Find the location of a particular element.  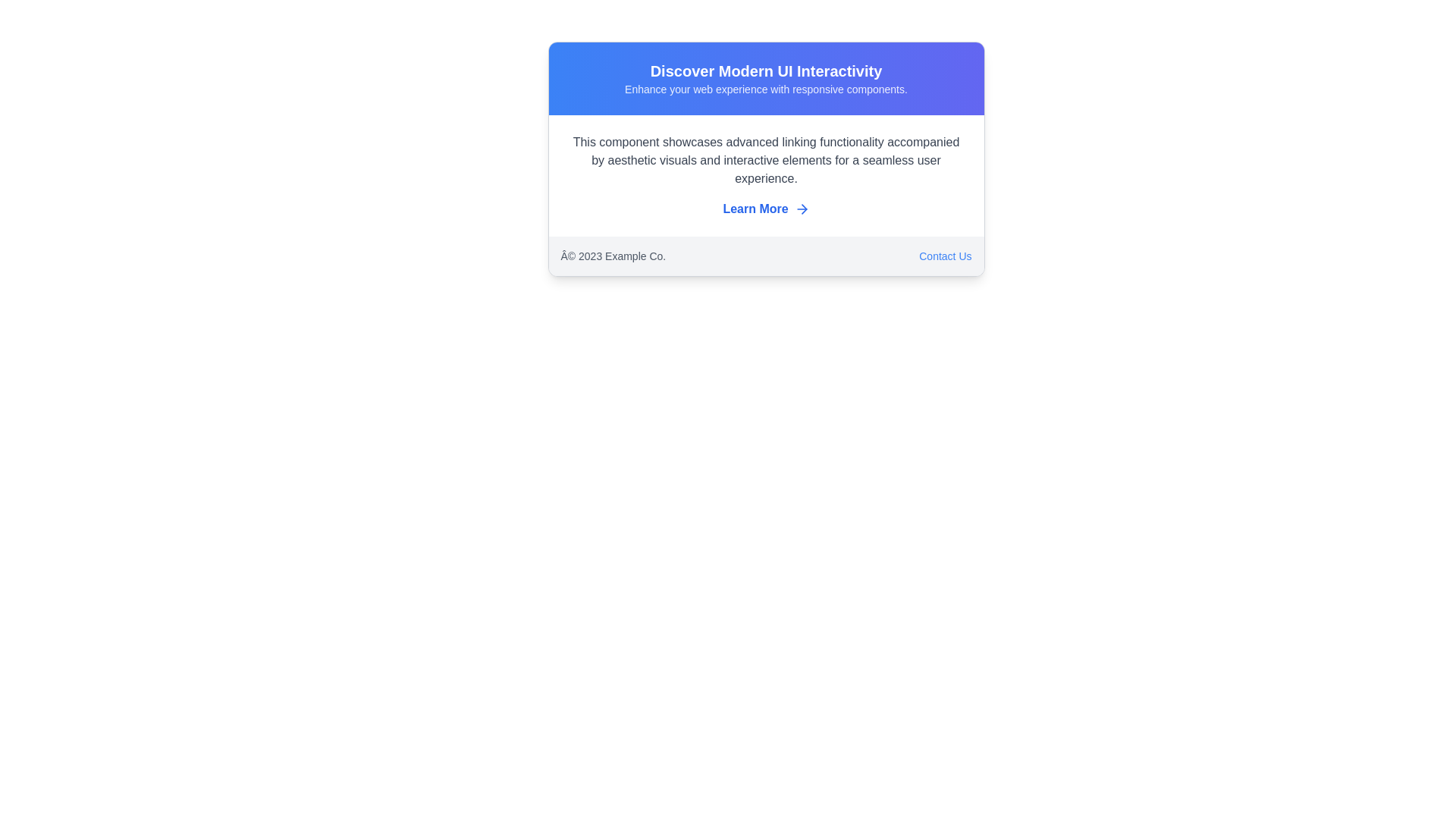

the directional indicator icon located towards the right end of the group, which signals navigation or progression is located at coordinates (803, 209).